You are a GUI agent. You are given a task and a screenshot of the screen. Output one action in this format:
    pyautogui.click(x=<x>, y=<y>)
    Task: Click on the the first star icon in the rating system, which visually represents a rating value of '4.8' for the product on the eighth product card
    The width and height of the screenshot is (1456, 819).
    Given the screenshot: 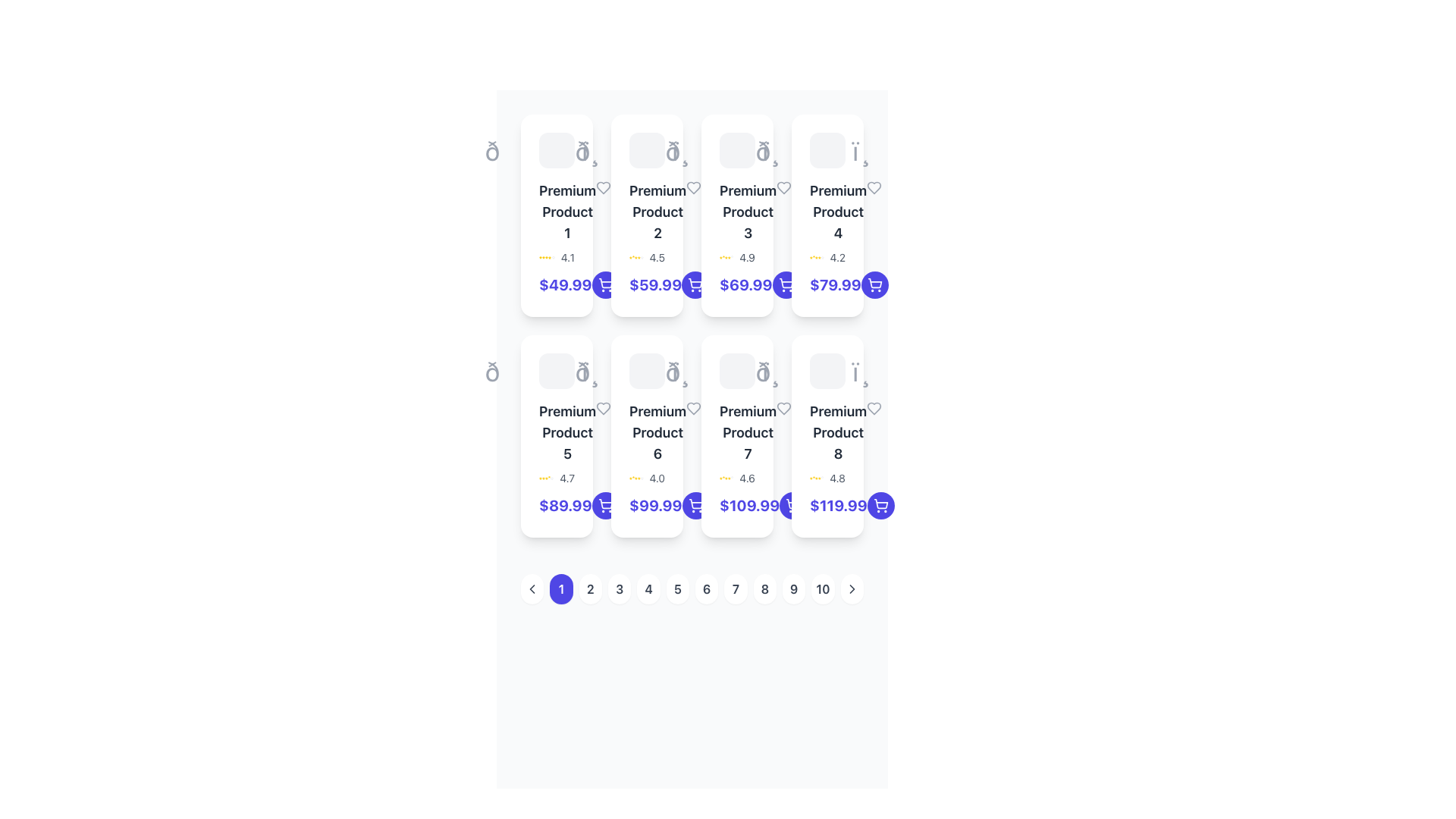 What is the action you would take?
    pyautogui.click(x=810, y=479)
    